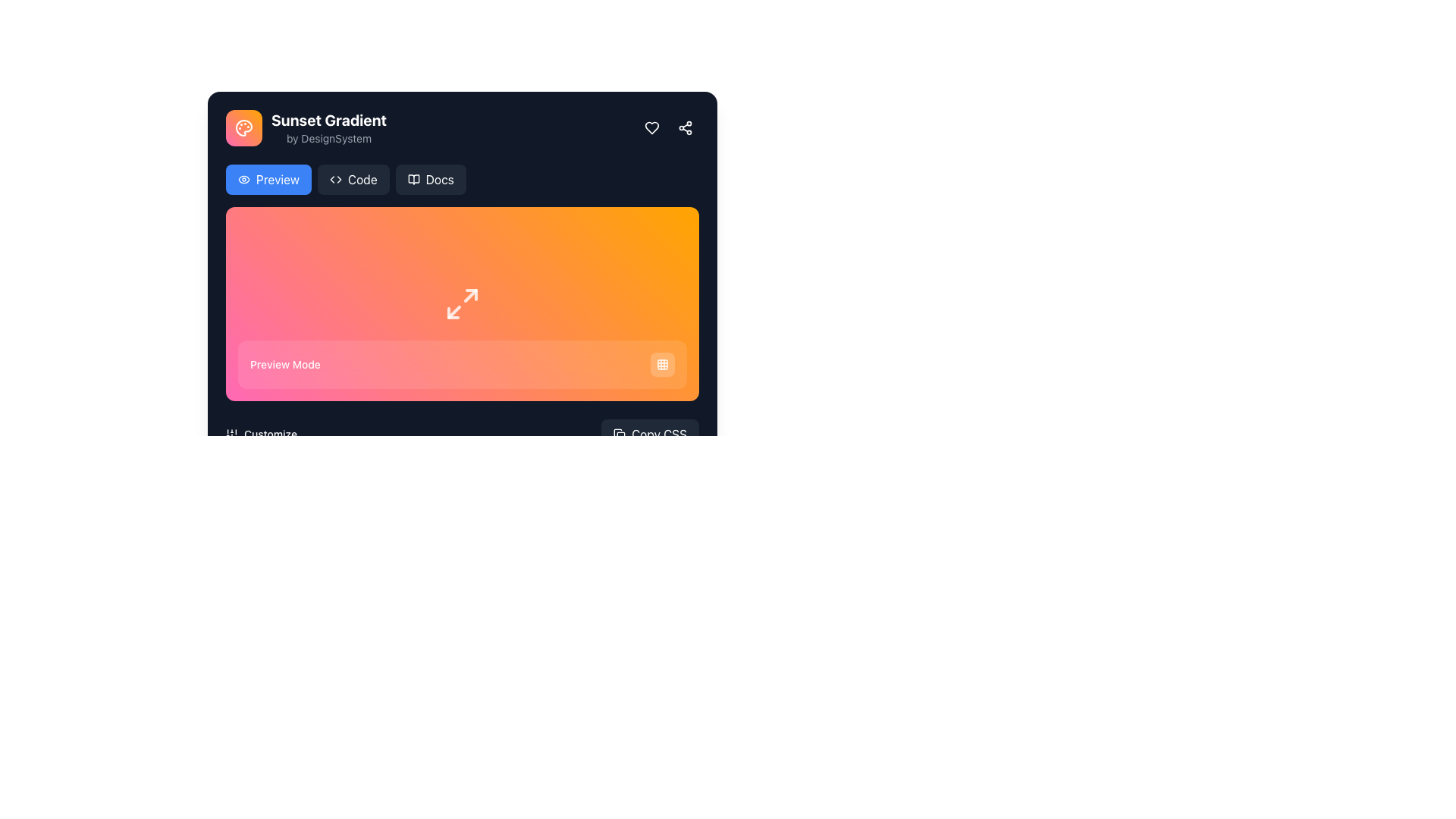  What do you see at coordinates (353, 178) in the screenshot?
I see `the rectangular button labeled 'Code' with code brackets icon, located in the header section between 'Preview' and 'Docs' buttons` at bounding box center [353, 178].